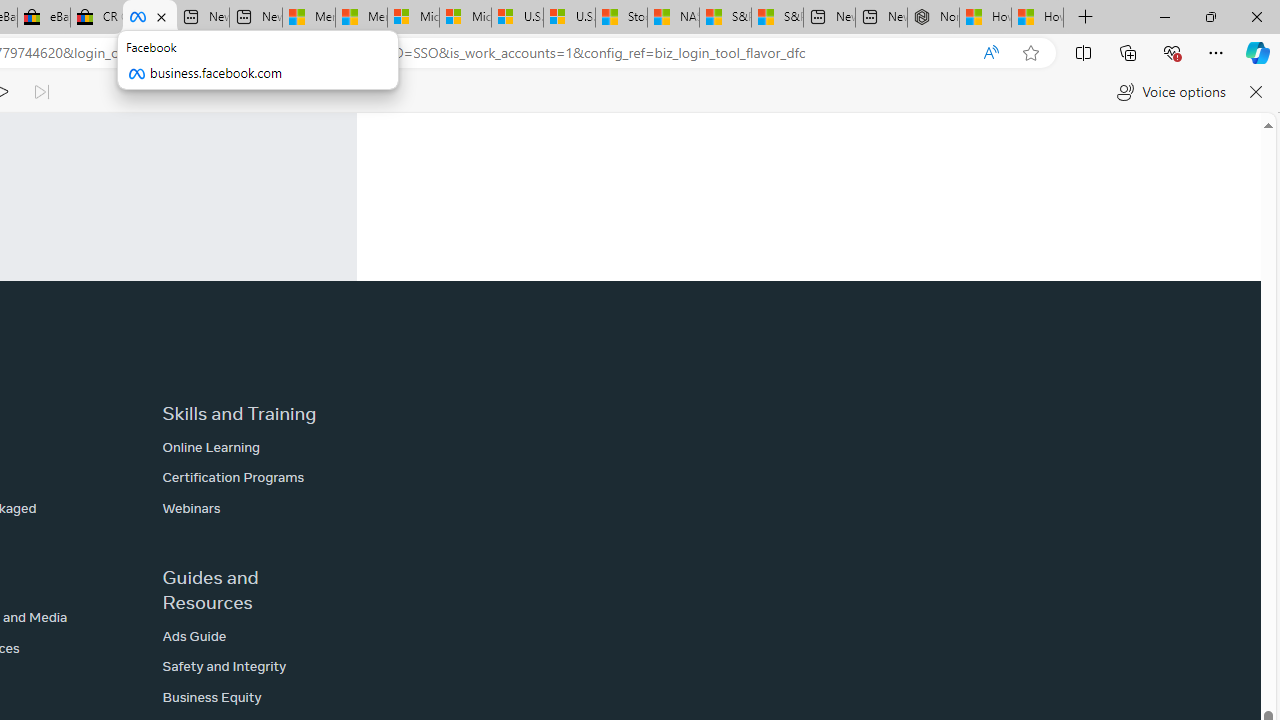 The image size is (1280, 720). Describe the element at coordinates (194, 636) in the screenshot. I see `'Ads Guide'` at that location.